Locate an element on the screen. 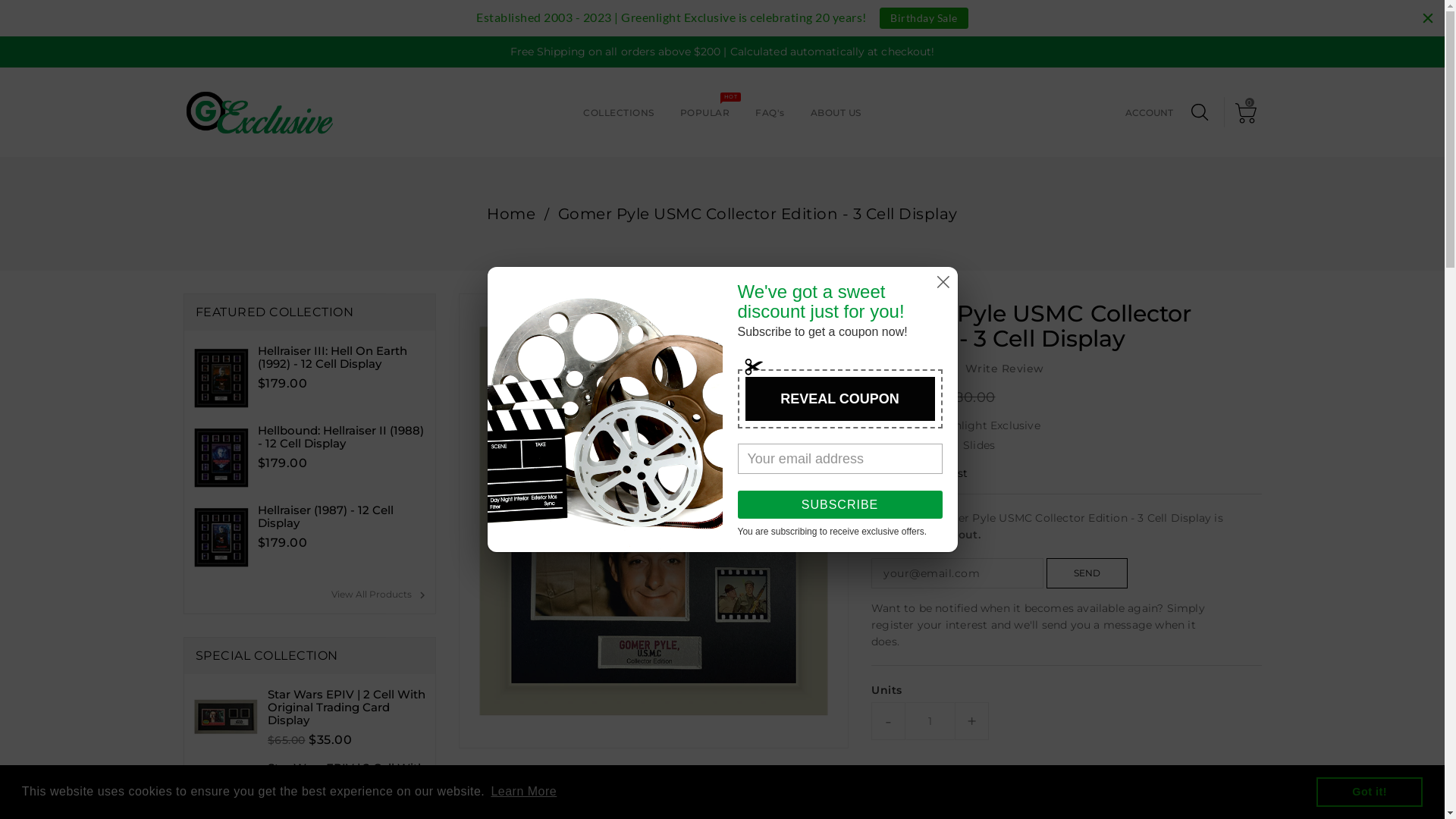  'Write Review' is located at coordinates (1004, 369).